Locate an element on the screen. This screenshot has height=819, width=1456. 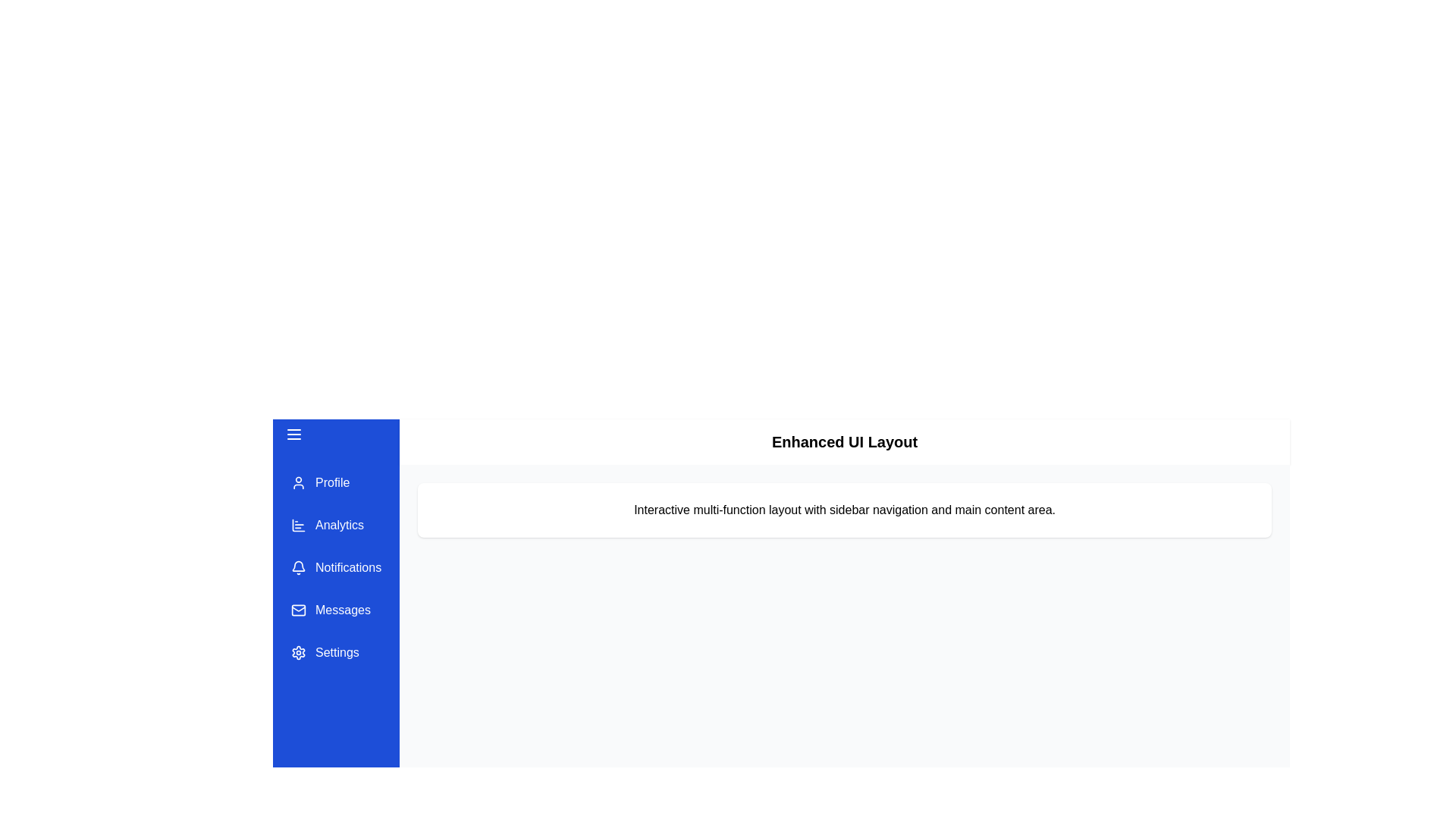
the sidebar menu item labeled 'Analytics' which has a blue background and white text is located at coordinates (327, 525).